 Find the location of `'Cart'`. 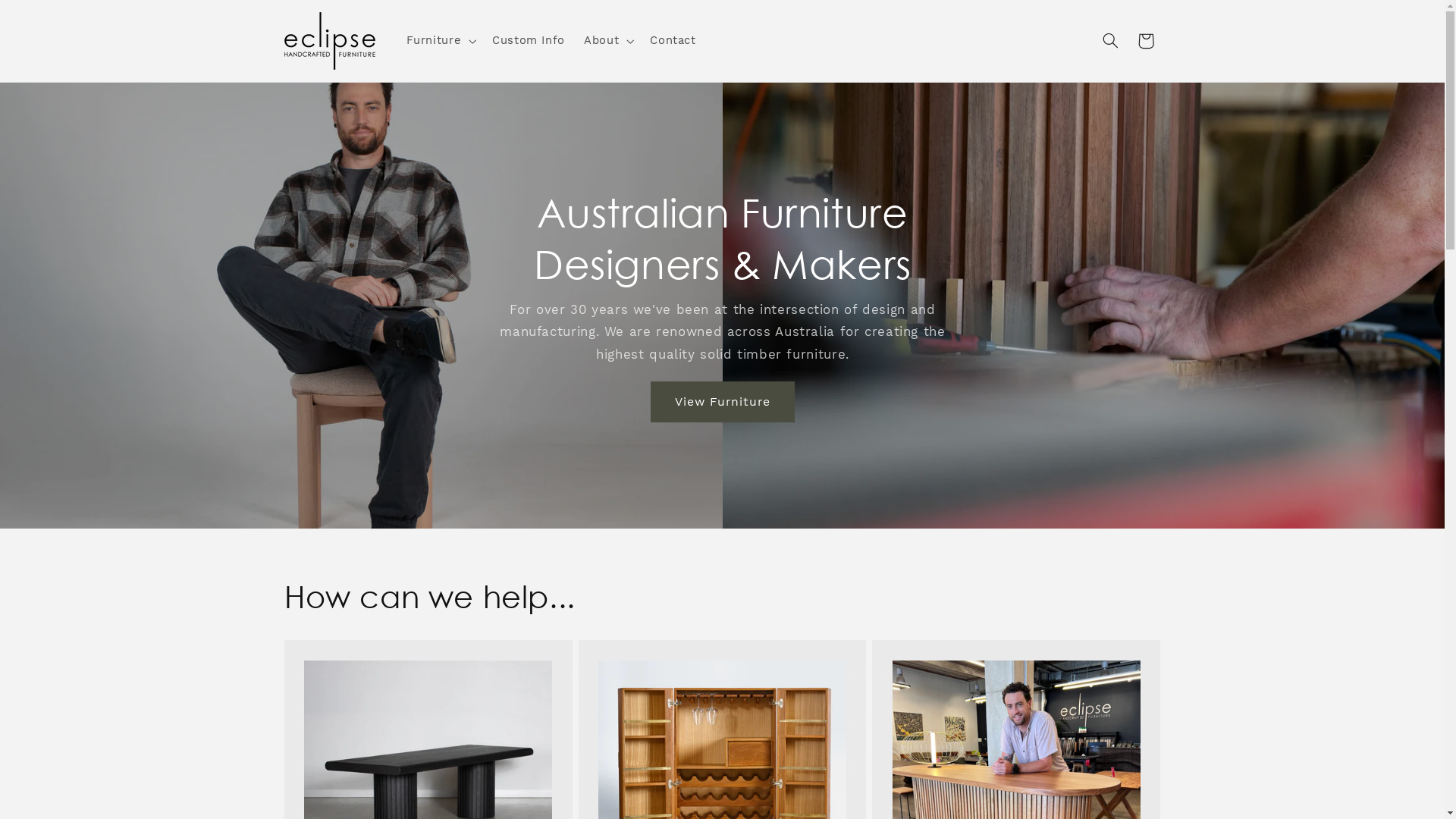

'Cart' is located at coordinates (1146, 40).